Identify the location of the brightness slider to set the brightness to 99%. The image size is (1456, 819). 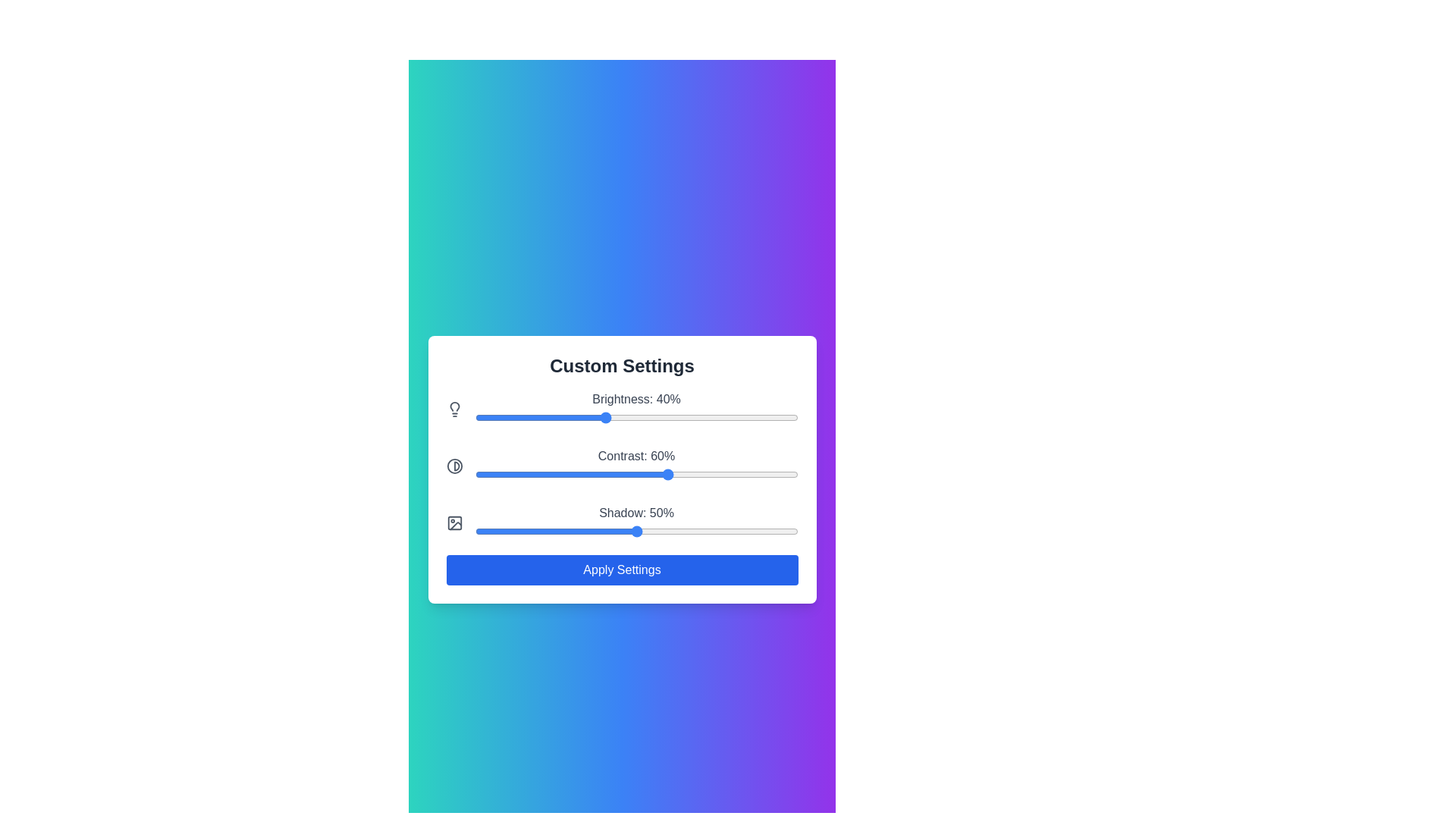
(794, 417).